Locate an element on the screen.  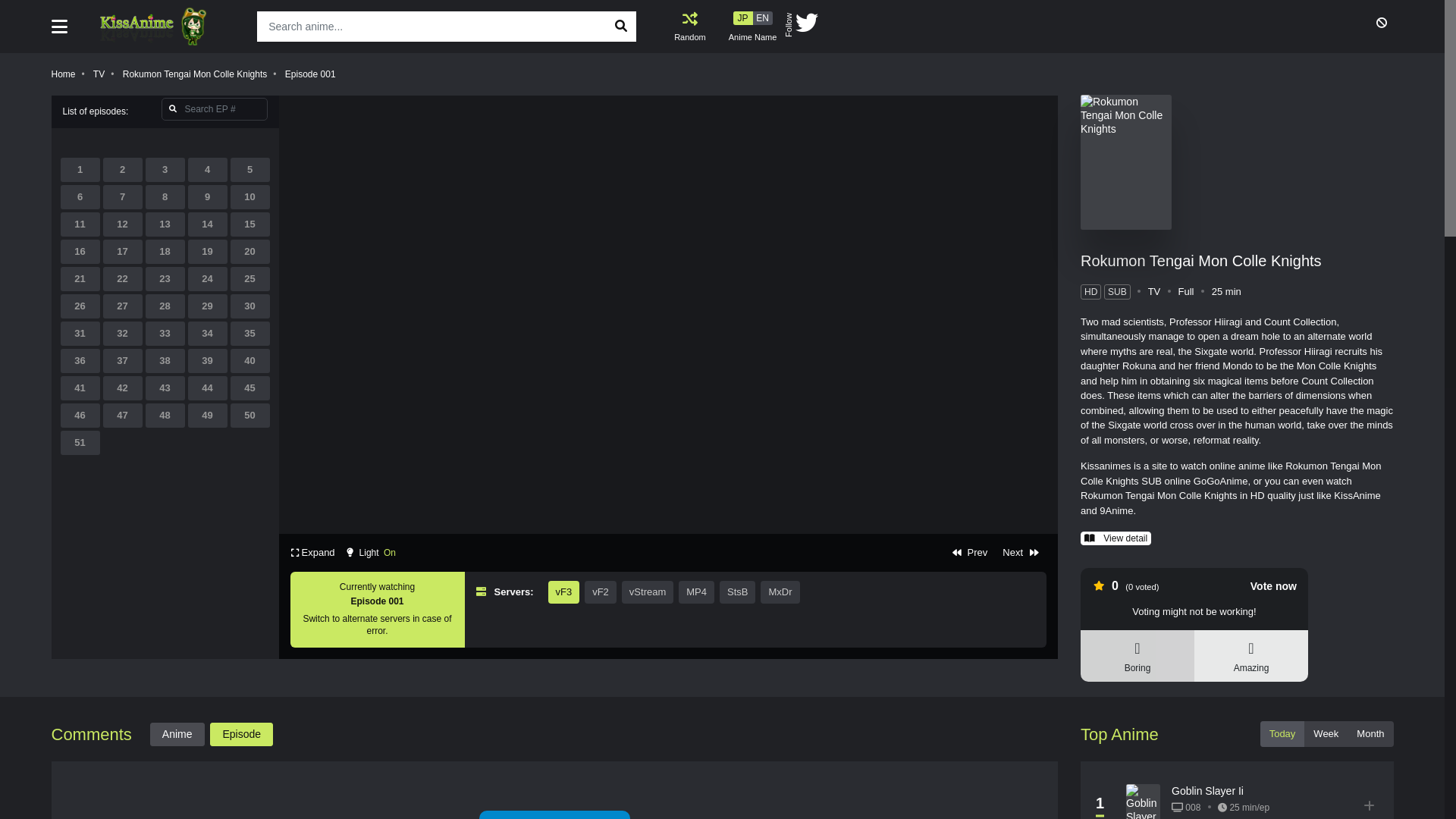
'Rokumon Tengai Mon Colle Knights' is located at coordinates (194, 74).